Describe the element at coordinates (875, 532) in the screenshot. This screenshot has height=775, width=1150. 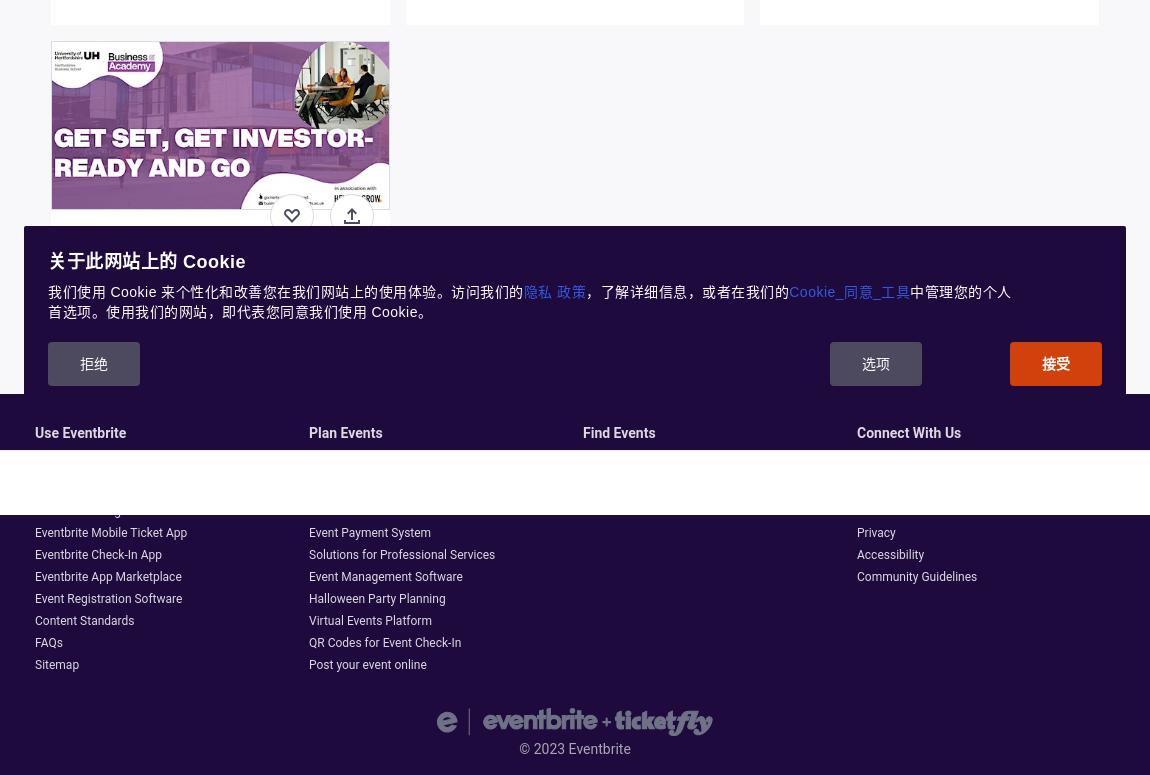
I see `'Privacy'` at that location.